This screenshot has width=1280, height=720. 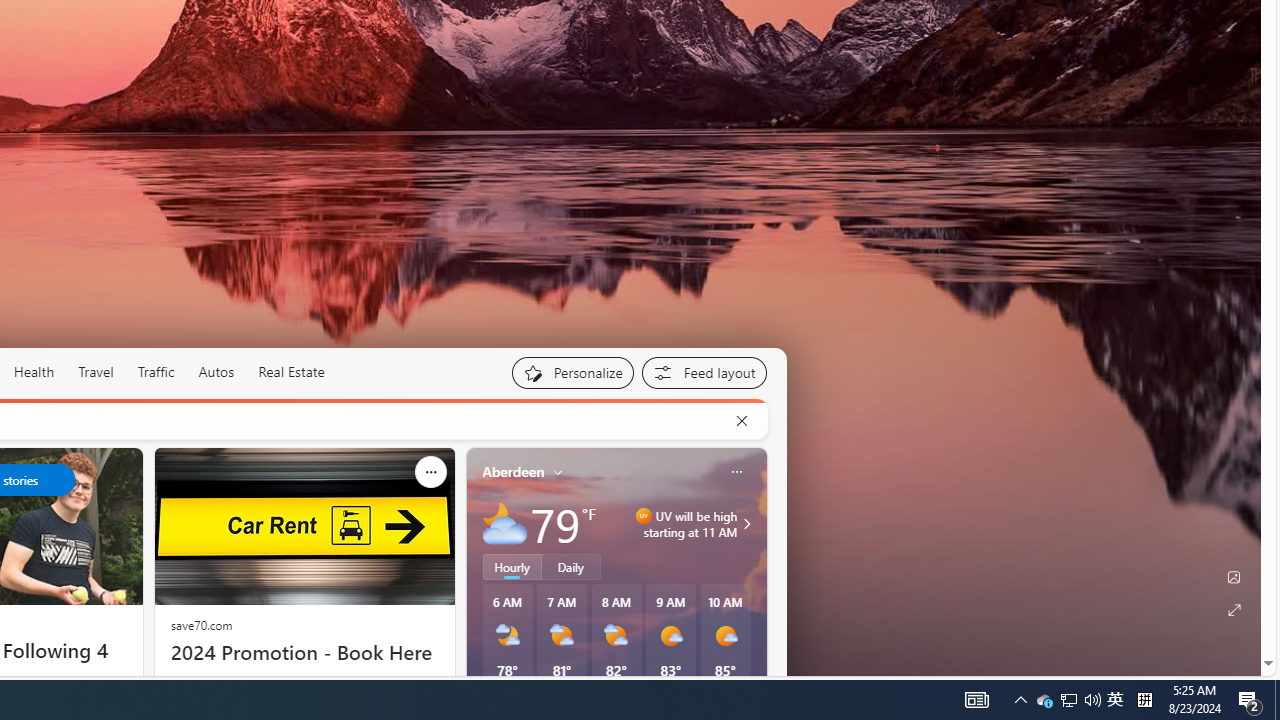 I want to click on 'Real Estate', so click(x=290, y=372).